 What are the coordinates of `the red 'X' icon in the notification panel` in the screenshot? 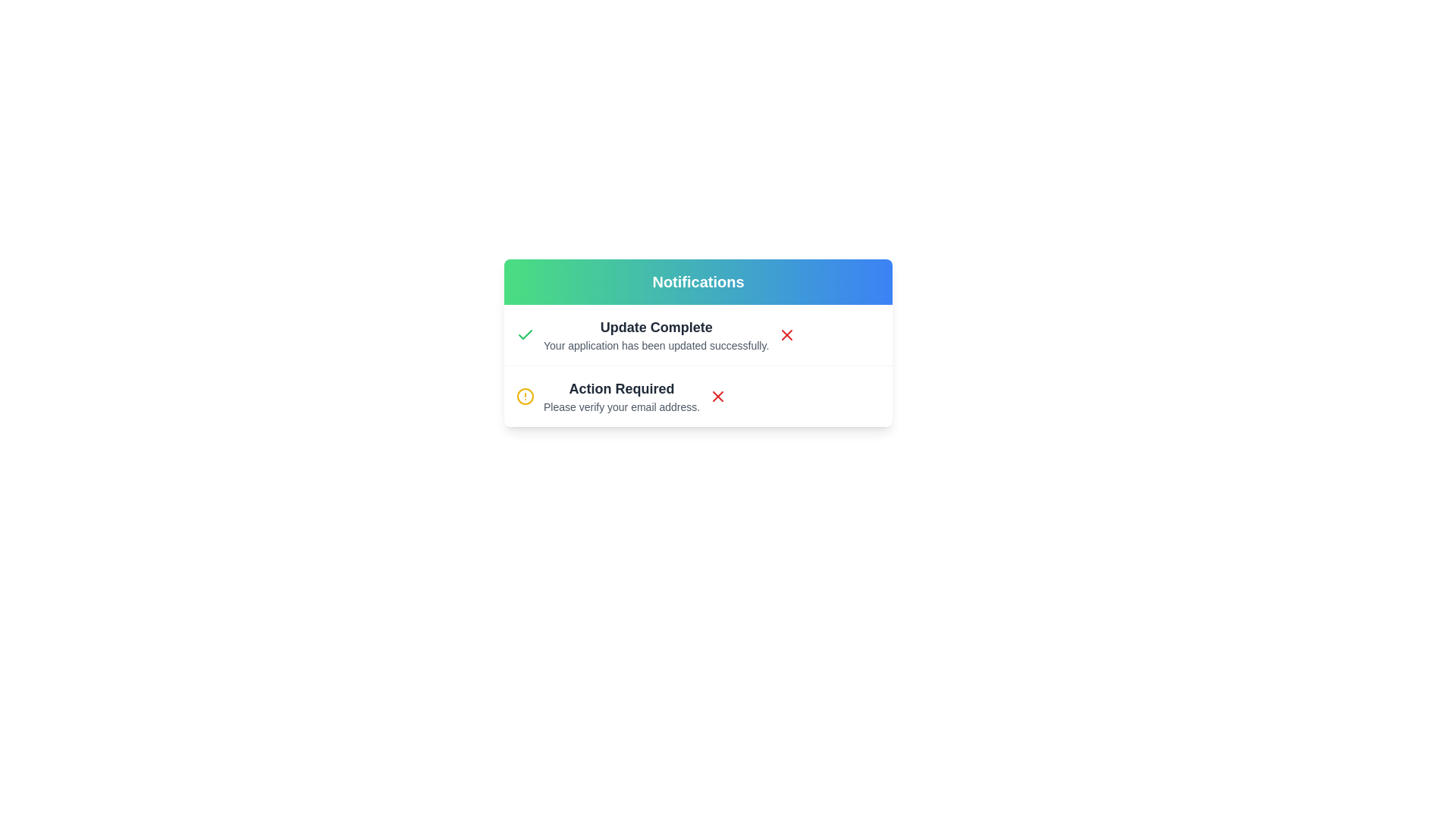 It's located at (787, 334).